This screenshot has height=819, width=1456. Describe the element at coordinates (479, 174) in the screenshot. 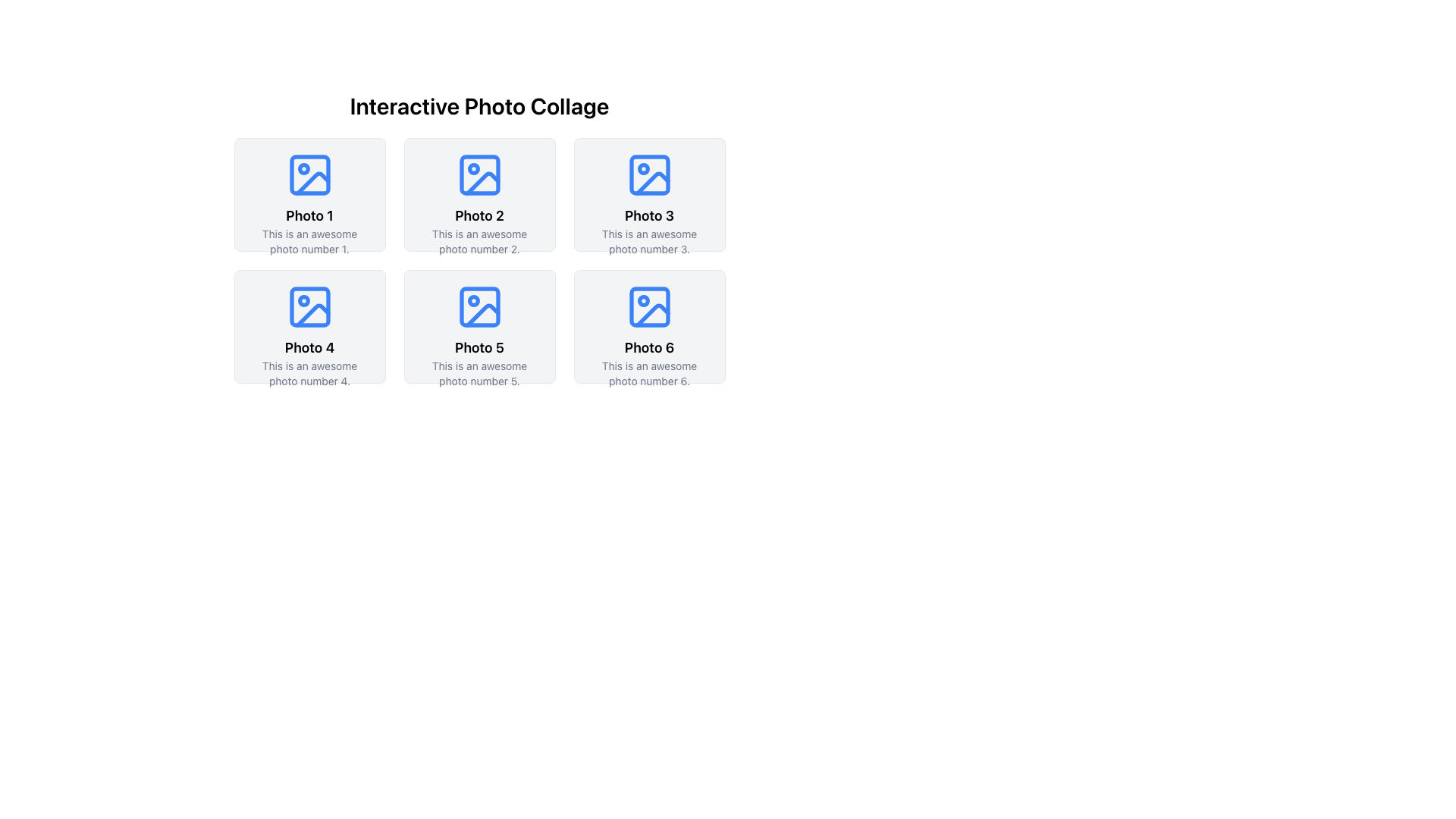

I see `the small rectangle with rounded corners inside the 'Photo 2' icon, positioned near the top-left corner of the inner frame` at that location.